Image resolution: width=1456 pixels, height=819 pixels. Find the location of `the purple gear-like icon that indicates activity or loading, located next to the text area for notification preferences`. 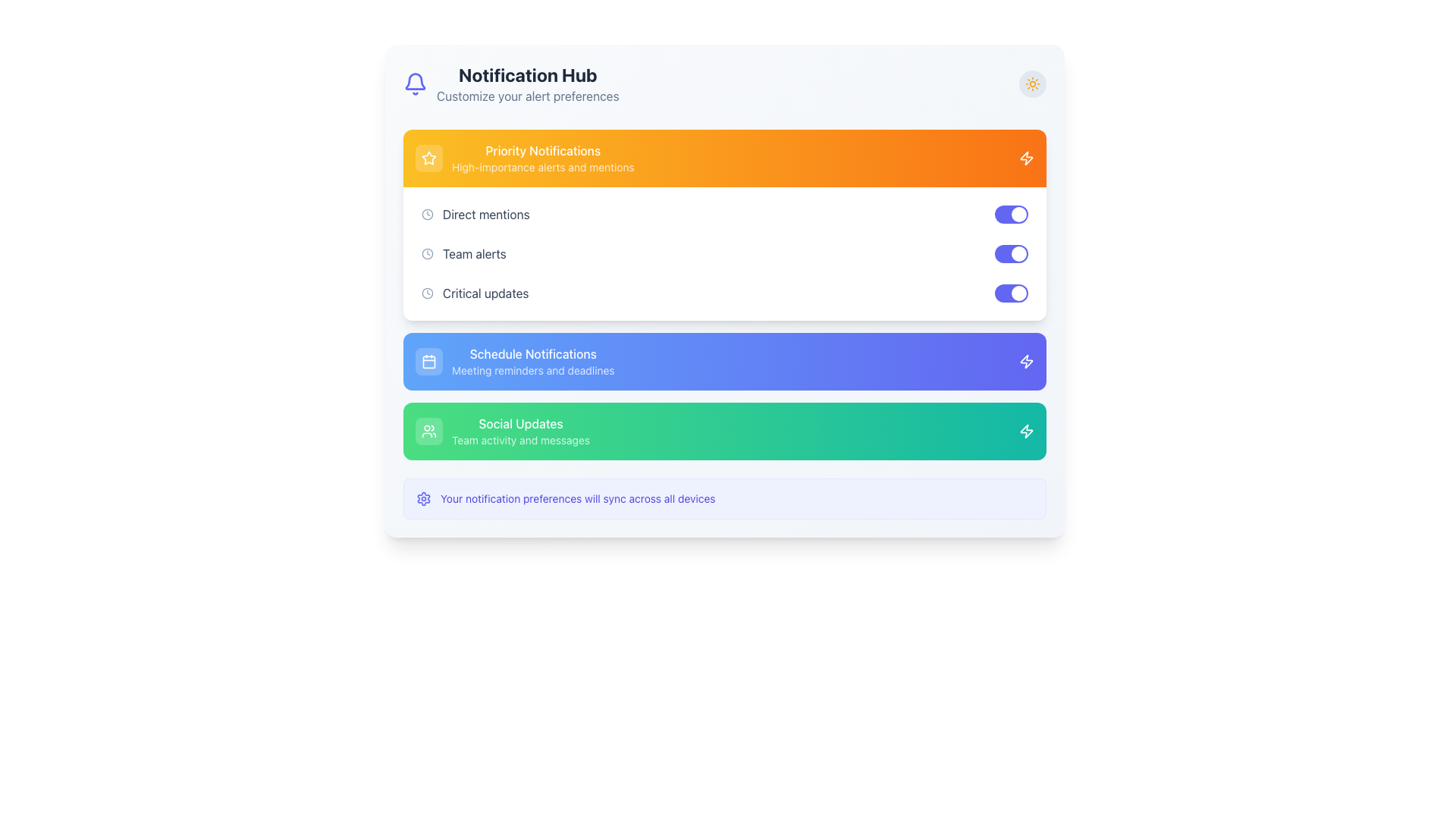

the purple gear-like icon that indicates activity or loading, located next to the text area for notification preferences is located at coordinates (423, 499).